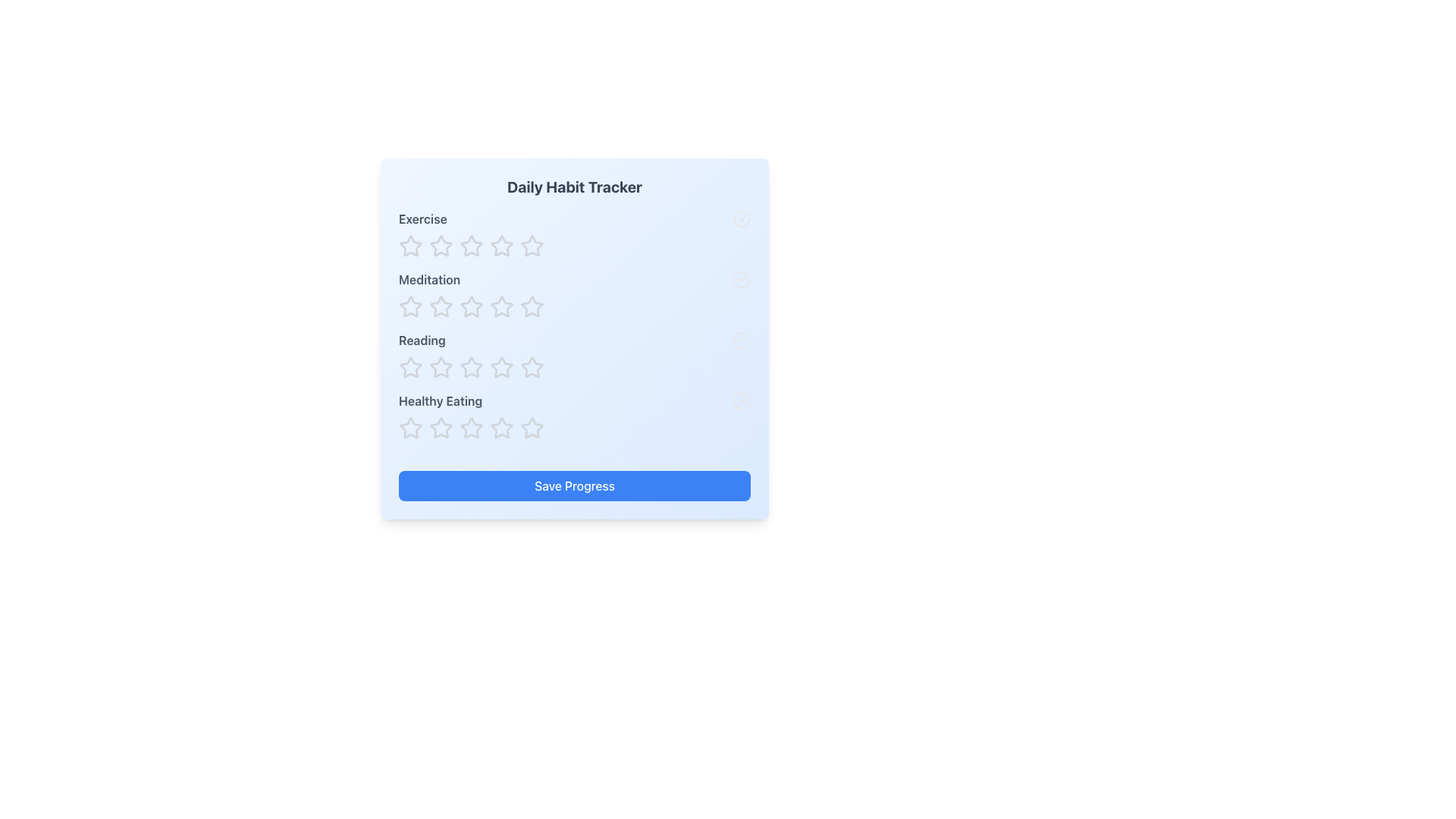 Image resolution: width=1456 pixels, height=819 pixels. What do you see at coordinates (502, 428) in the screenshot?
I see `the fourth star icon in the rating component for 'Healthy Eating'` at bounding box center [502, 428].